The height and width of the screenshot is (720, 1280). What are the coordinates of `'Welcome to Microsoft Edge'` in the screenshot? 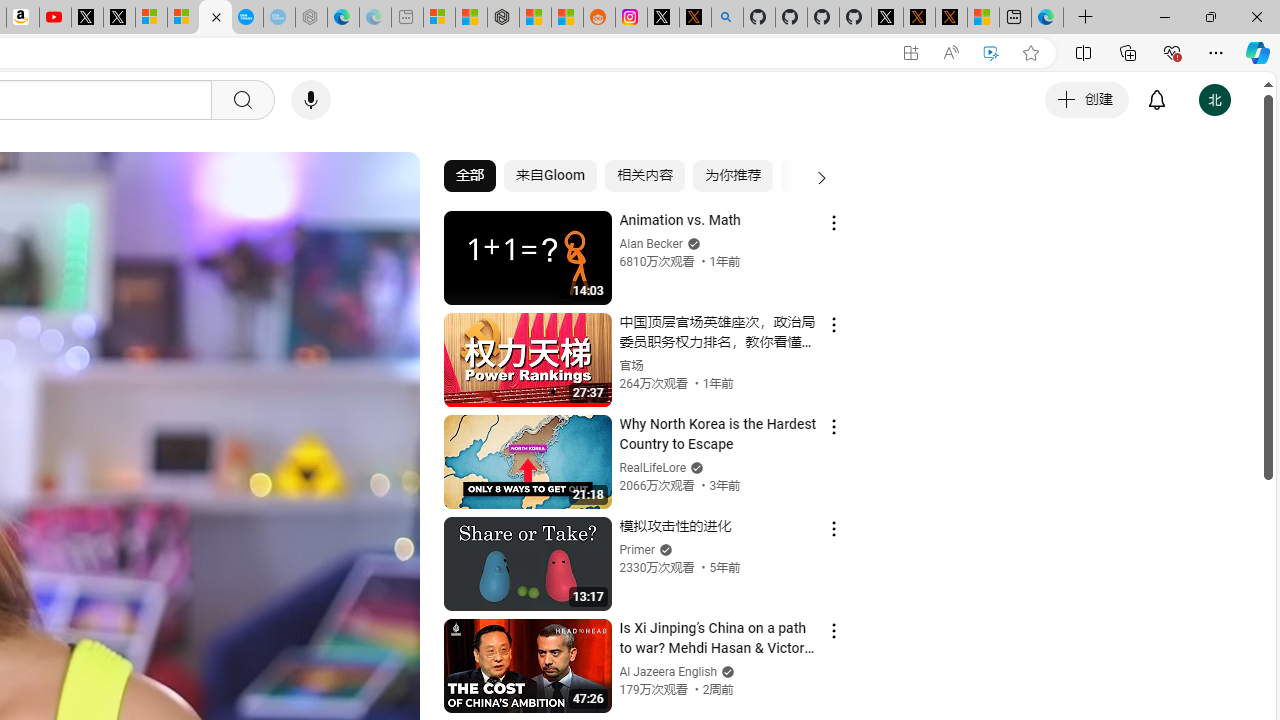 It's located at (1046, 17).